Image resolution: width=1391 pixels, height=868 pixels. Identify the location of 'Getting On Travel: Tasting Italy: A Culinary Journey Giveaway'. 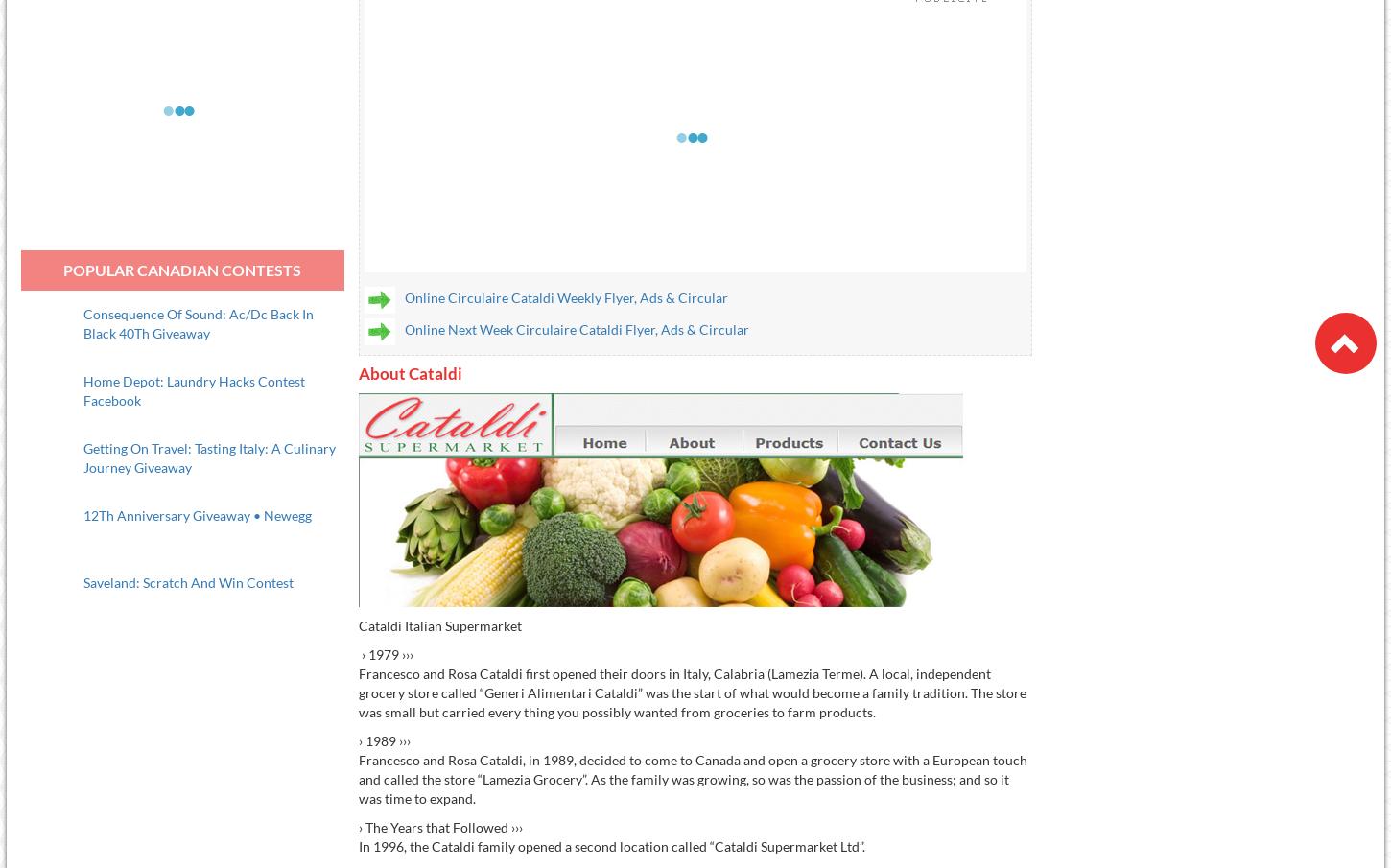
(83, 457).